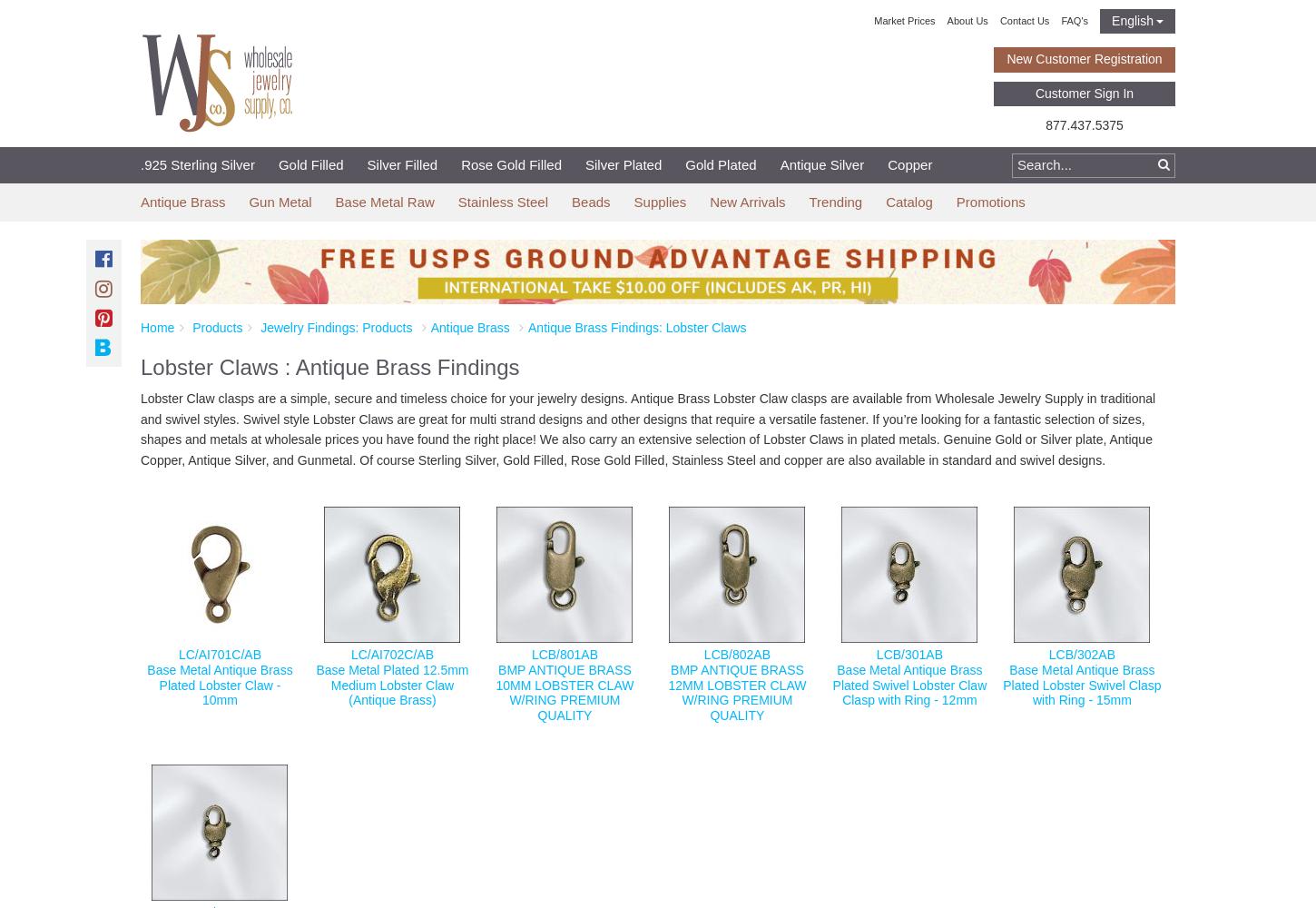 This screenshot has height=908, width=1316. Describe the element at coordinates (908, 654) in the screenshot. I see `'LCB/301AB'` at that location.